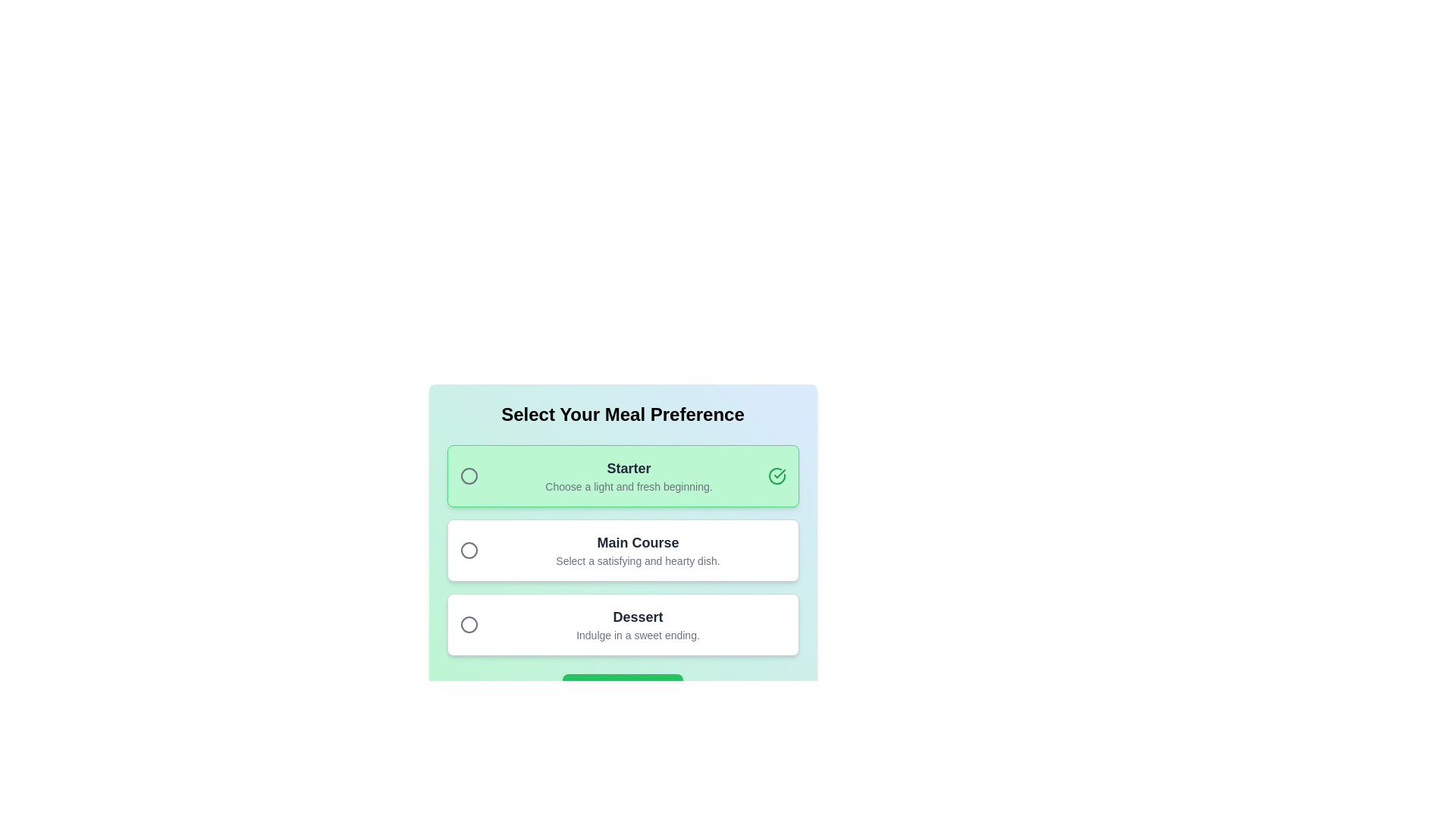 This screenshot has height=819, width=1456. Describe the element at coordinates (623, 522) in the screenshot. I see `the 'Main Course' selection card in the meal preference interface` at that location.